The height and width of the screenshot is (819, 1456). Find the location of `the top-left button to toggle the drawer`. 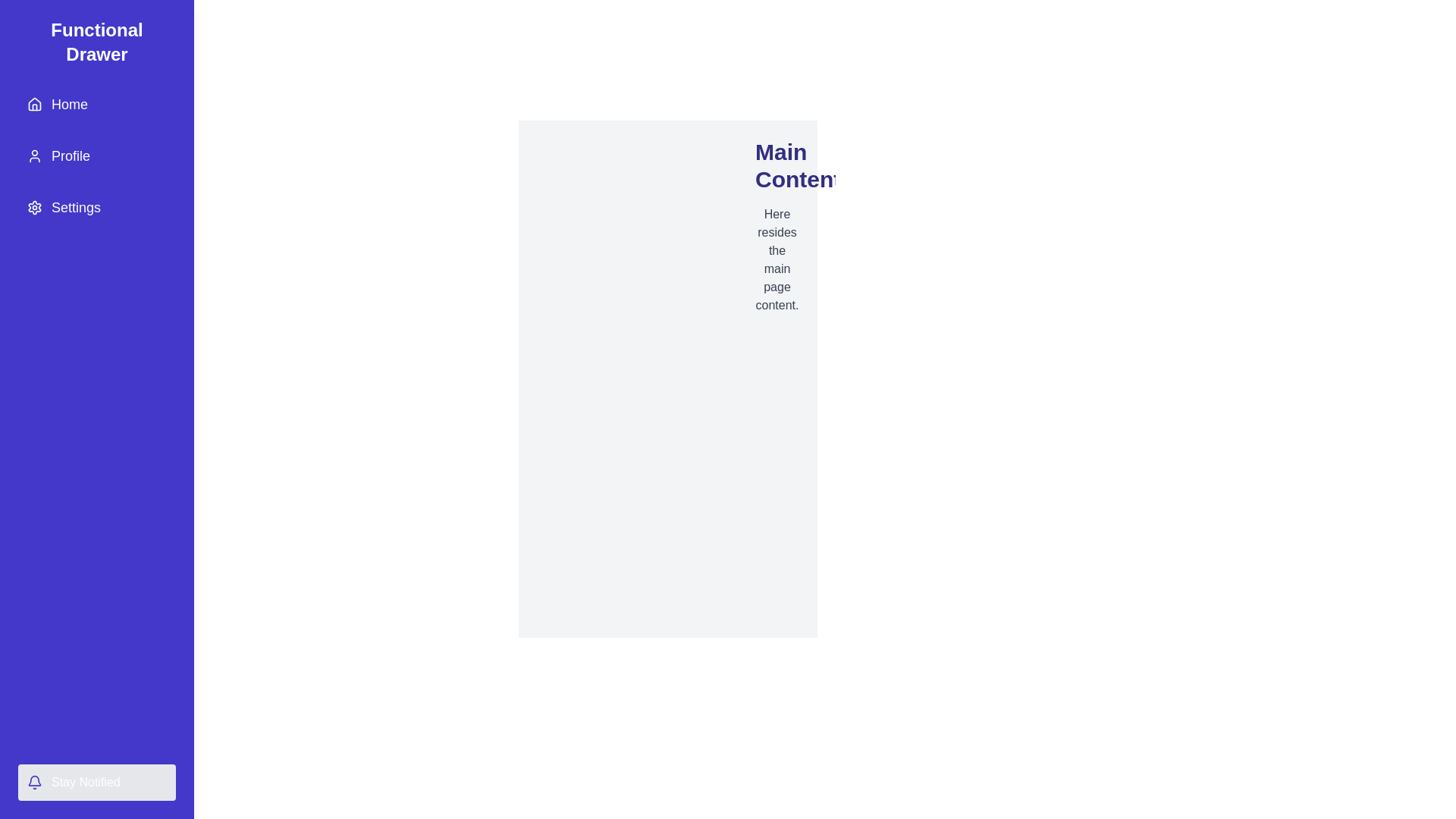

the top-left button to toggle the drawer is located at coordinates (30, 30).